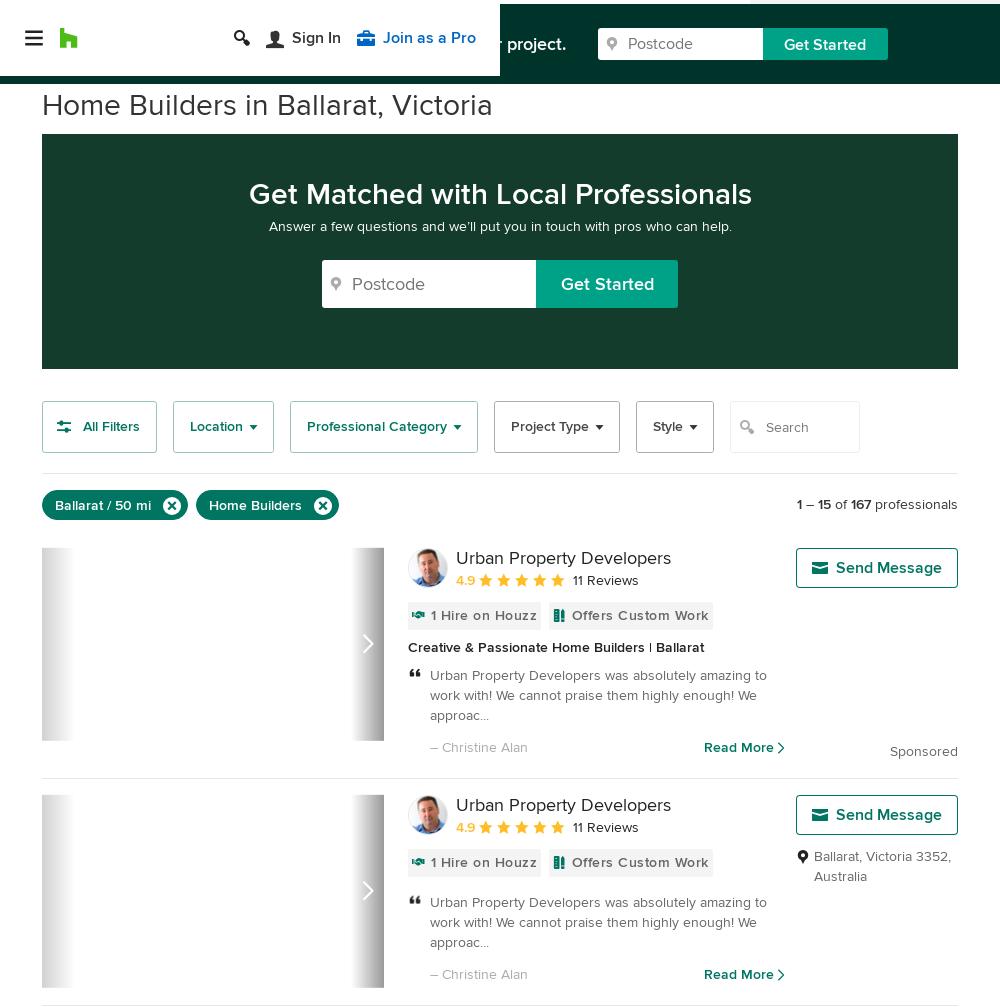 This screenshot has width=1000, height=1007. What do you see at coordinates (797, 504) in the screenshot?
I see `'1'` at bounding box center [797, 504].